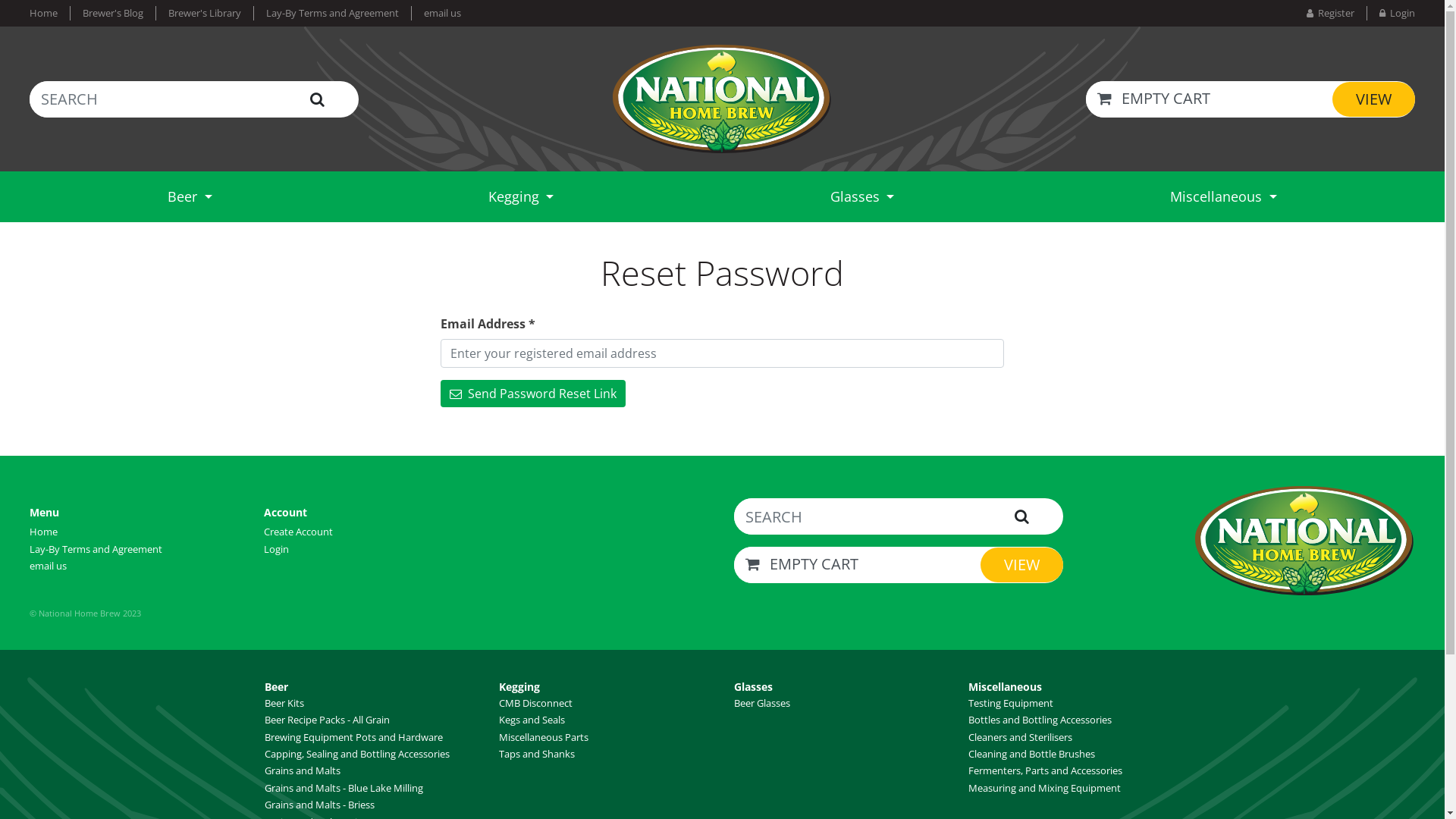 Image resolution: width=1456 pixels, height=819 pixels. What do you see at coordinates (498, 686) in the screenshot?
I see `'Kegging'` at bounding box center [498, 686].